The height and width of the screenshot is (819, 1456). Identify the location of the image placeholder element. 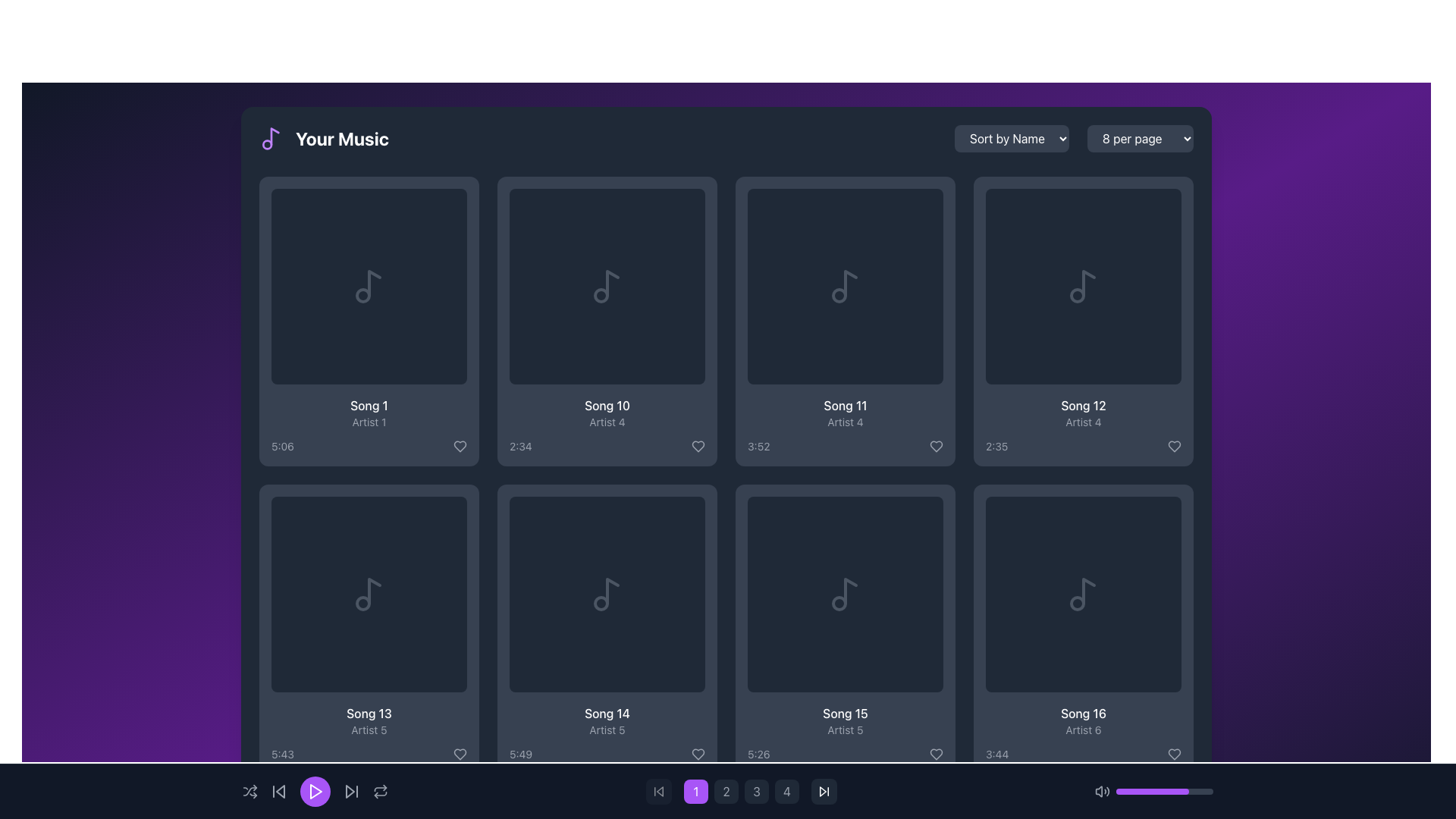
(607, 287).